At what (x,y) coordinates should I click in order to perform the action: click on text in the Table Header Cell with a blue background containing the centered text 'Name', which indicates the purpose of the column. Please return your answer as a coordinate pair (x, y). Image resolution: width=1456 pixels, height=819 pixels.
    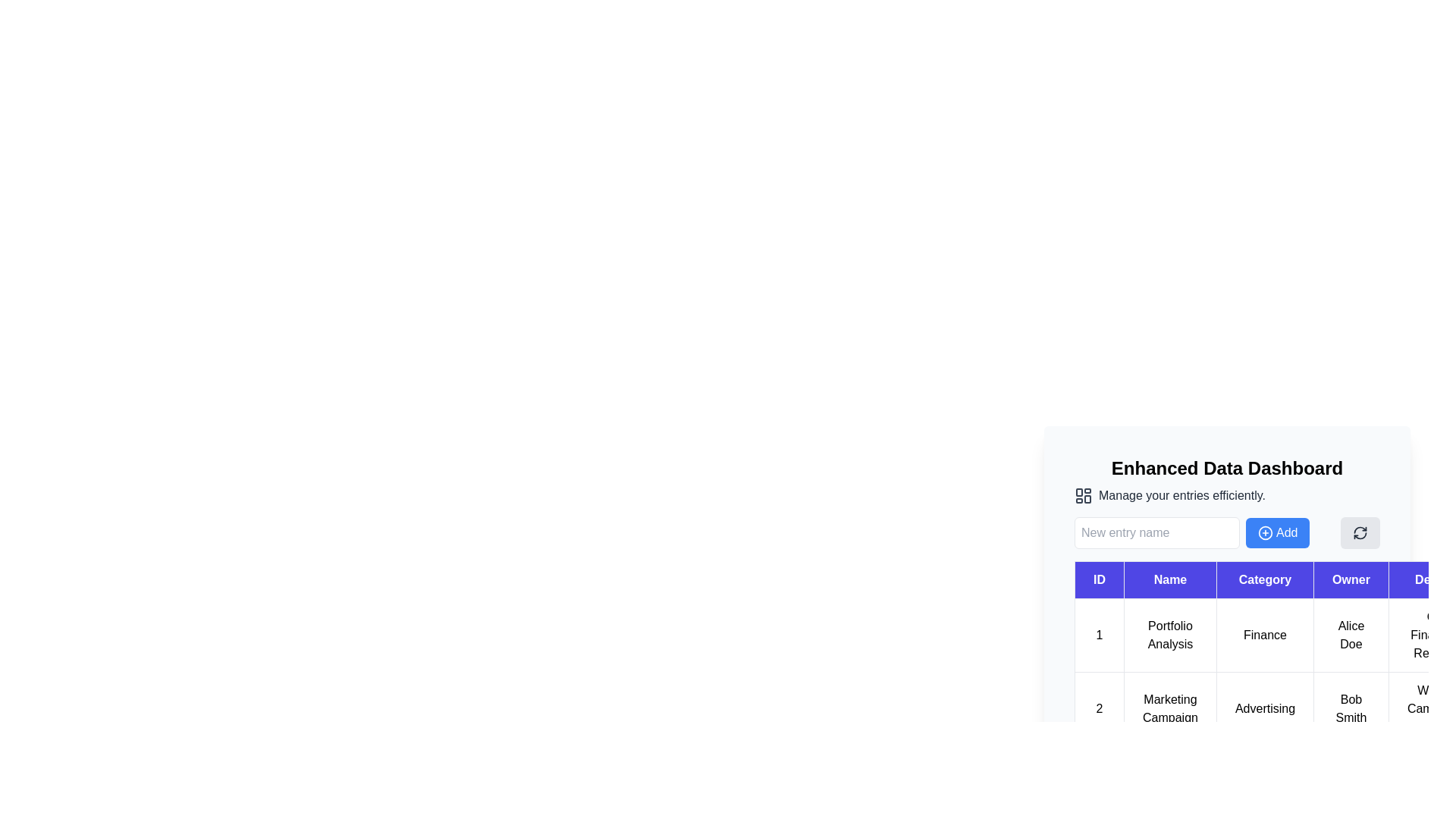
    Looking at the image, I should click on (1169, 579).